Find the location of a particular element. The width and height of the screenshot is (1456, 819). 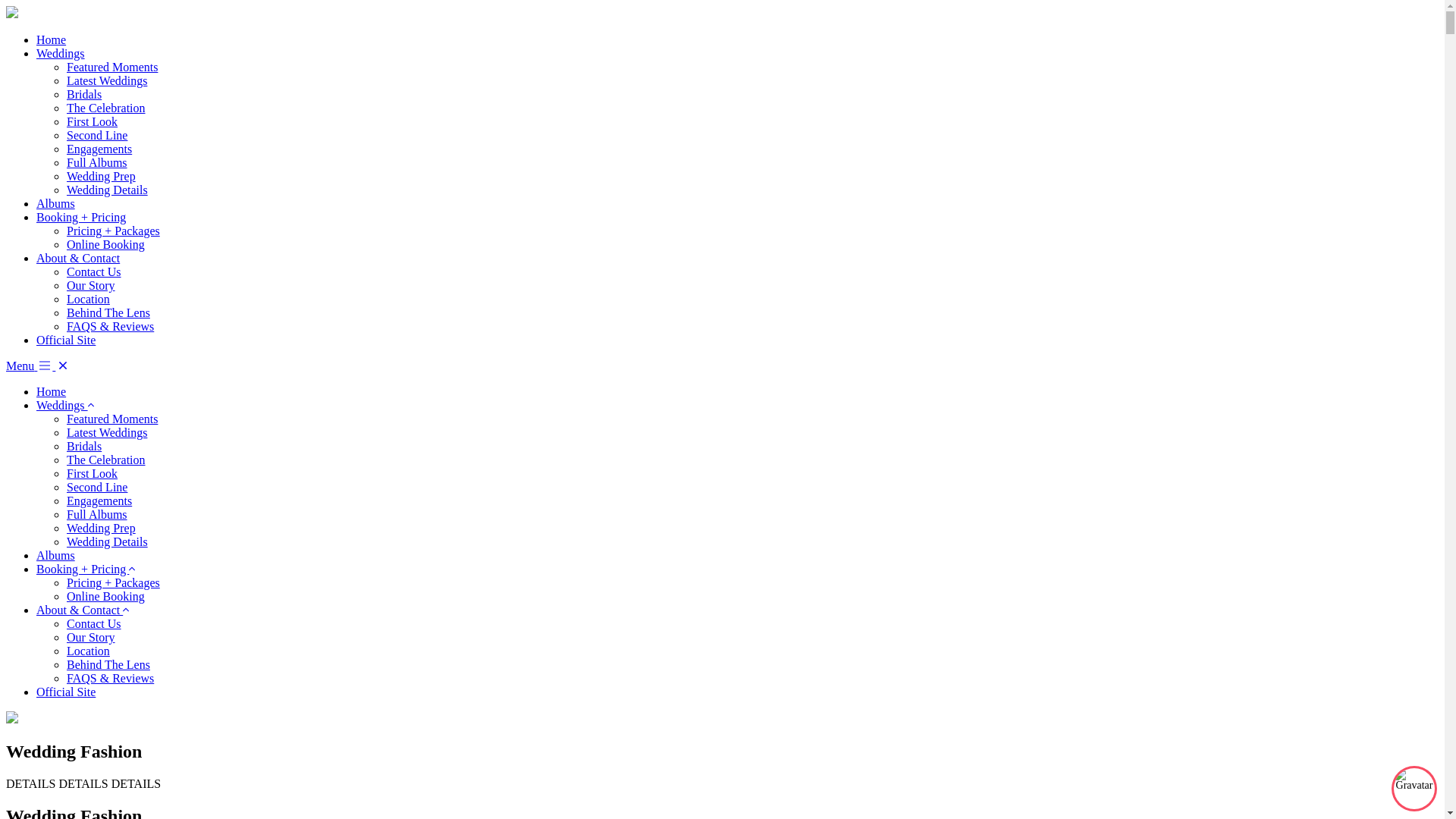

'The Celebration' is located at coordinates (105, 107).